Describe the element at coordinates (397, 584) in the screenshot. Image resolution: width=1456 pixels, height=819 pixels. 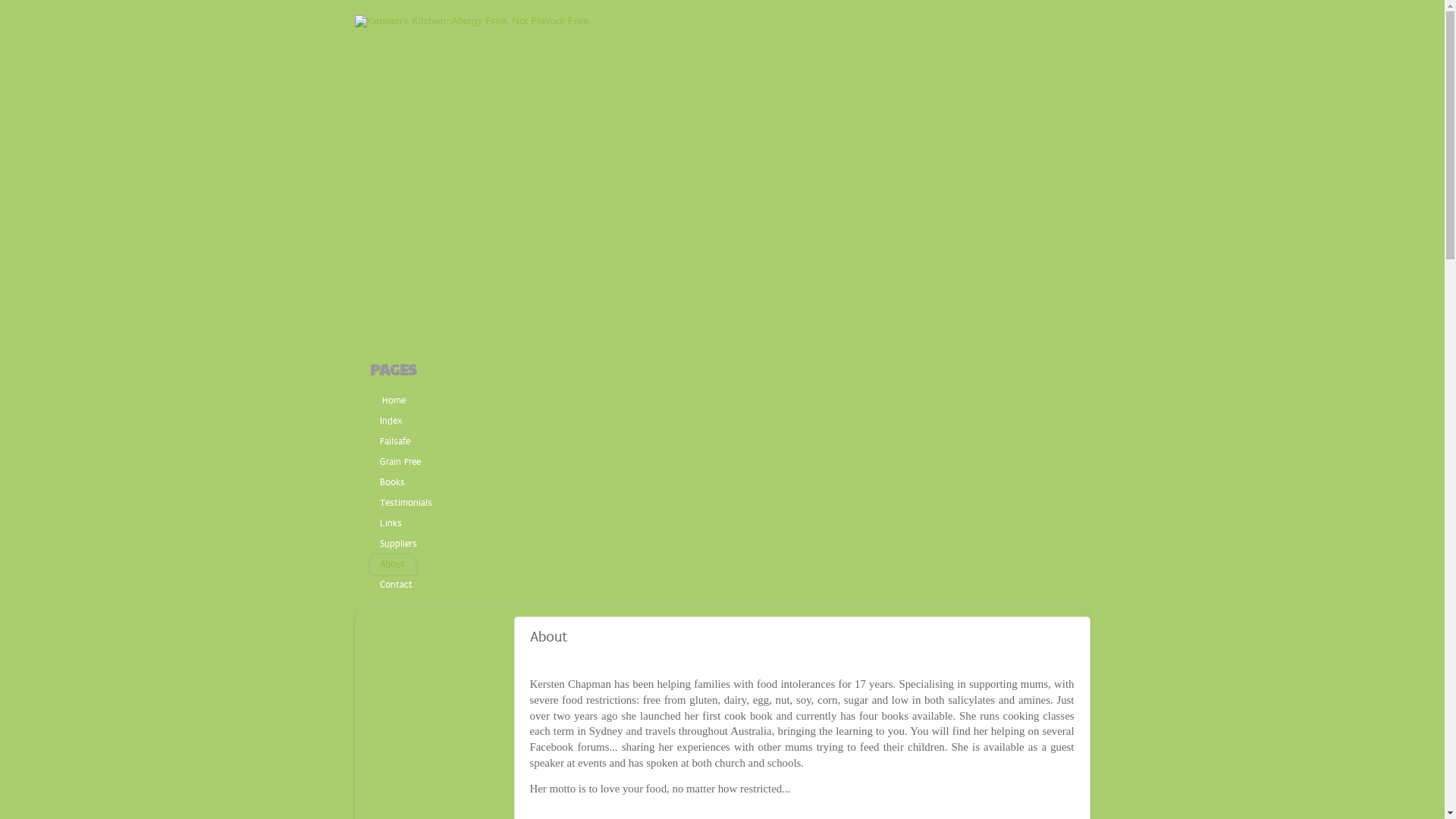
I see `'Contact'` at that location.